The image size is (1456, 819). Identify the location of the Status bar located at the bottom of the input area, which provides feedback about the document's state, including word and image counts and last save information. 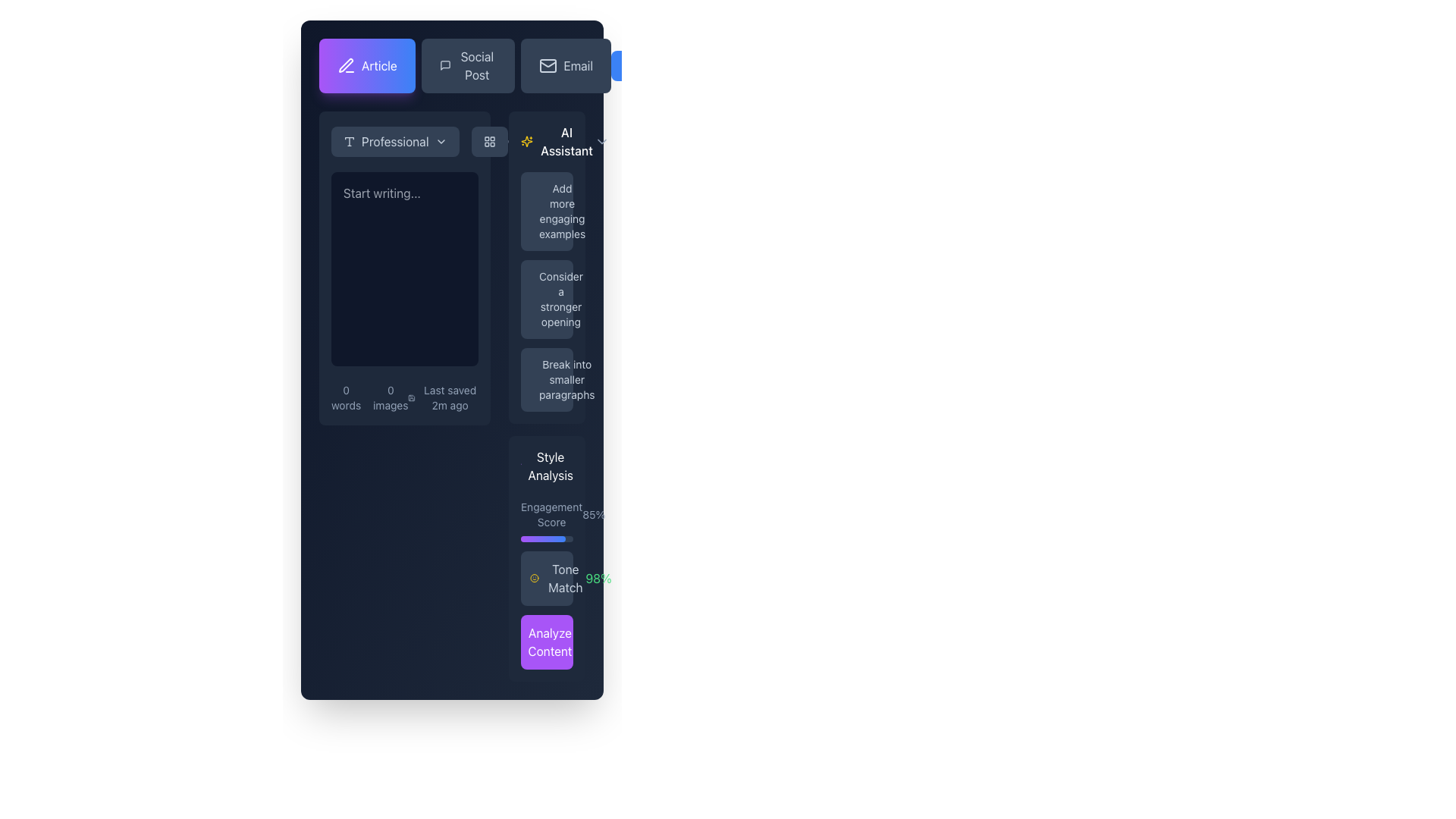
(404, 397).